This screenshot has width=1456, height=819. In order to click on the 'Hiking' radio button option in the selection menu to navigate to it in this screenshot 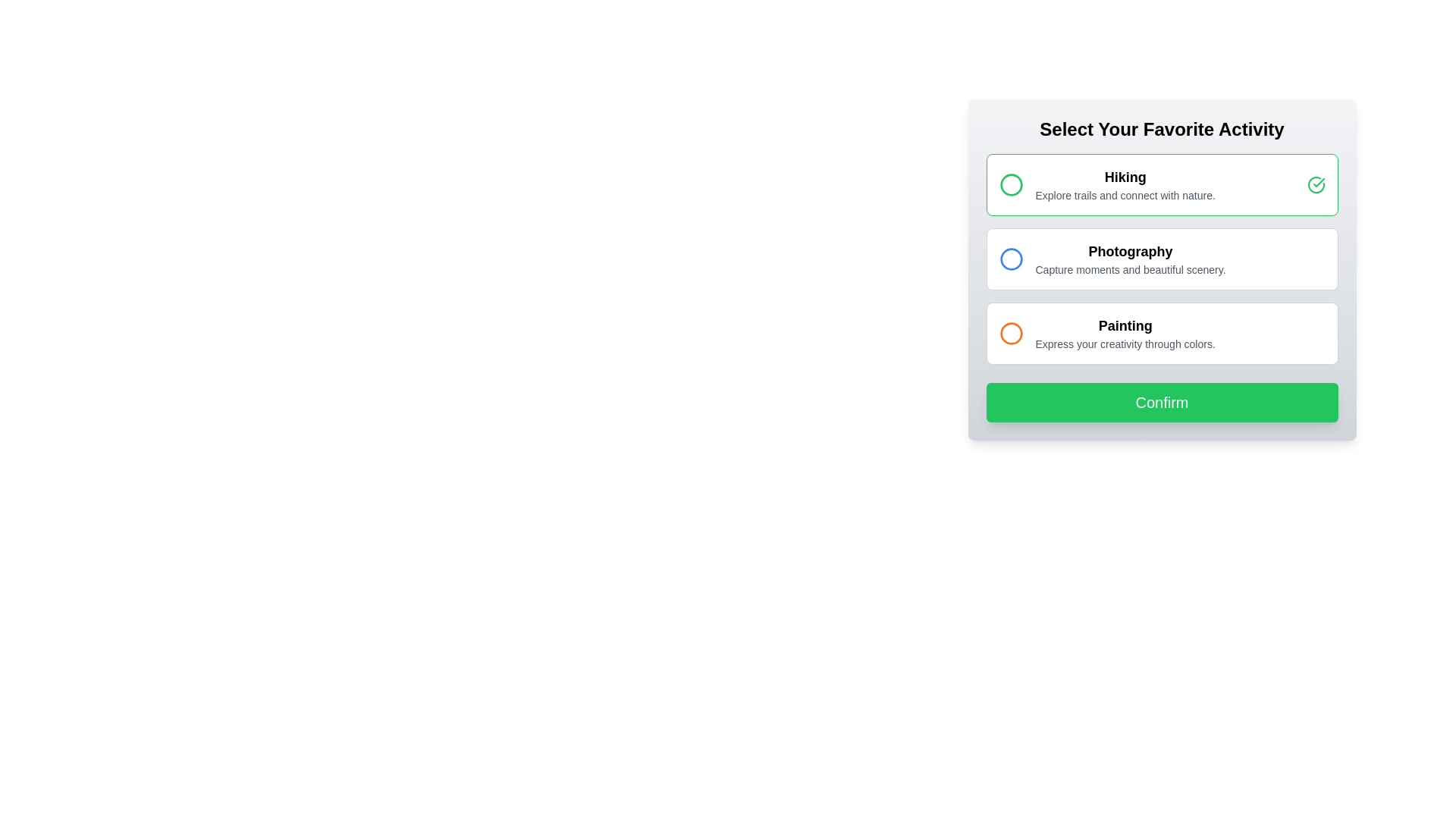, I will do `click(1107, 184)`.